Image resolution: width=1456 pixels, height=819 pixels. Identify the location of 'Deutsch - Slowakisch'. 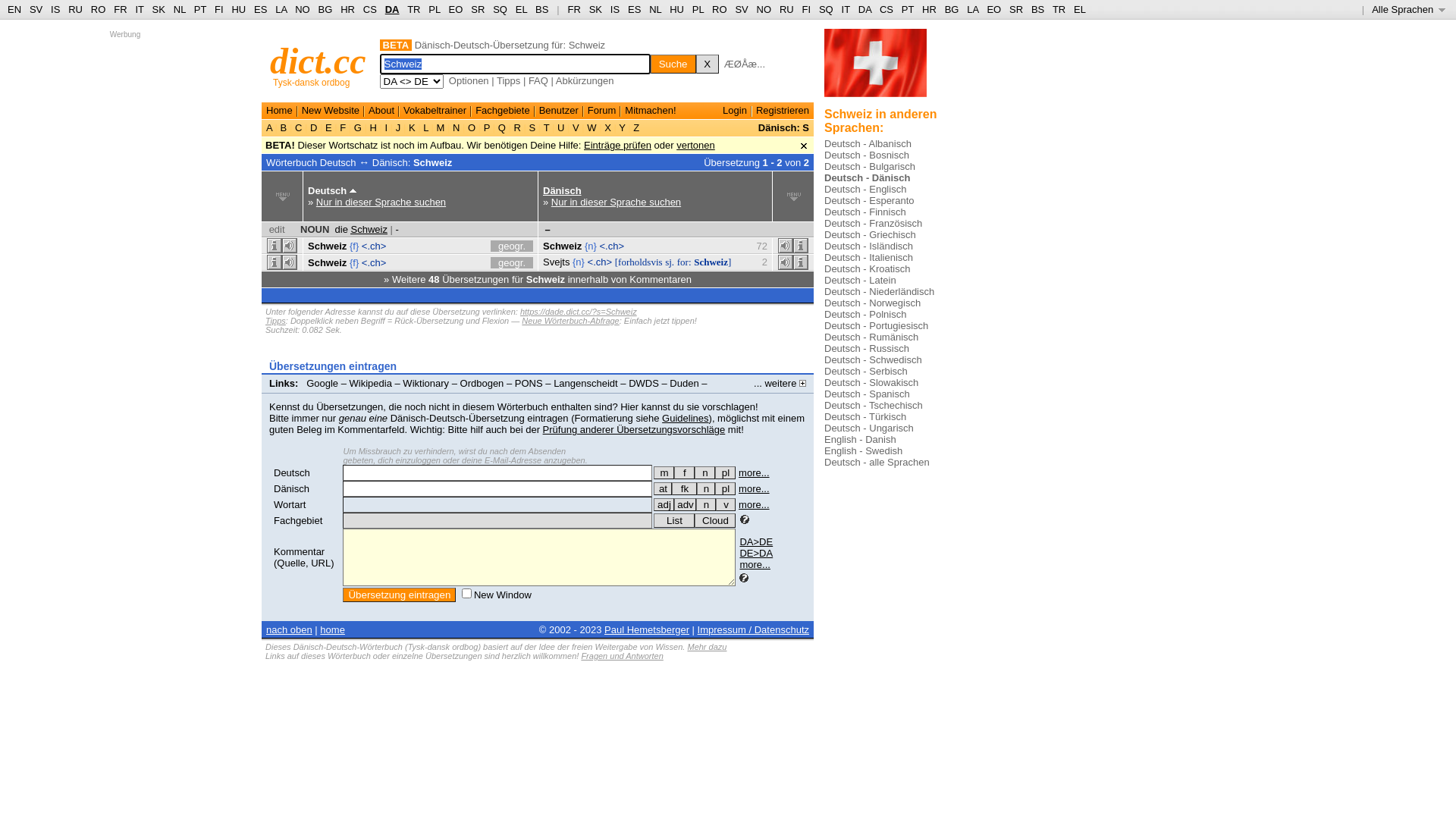
(871, 381).